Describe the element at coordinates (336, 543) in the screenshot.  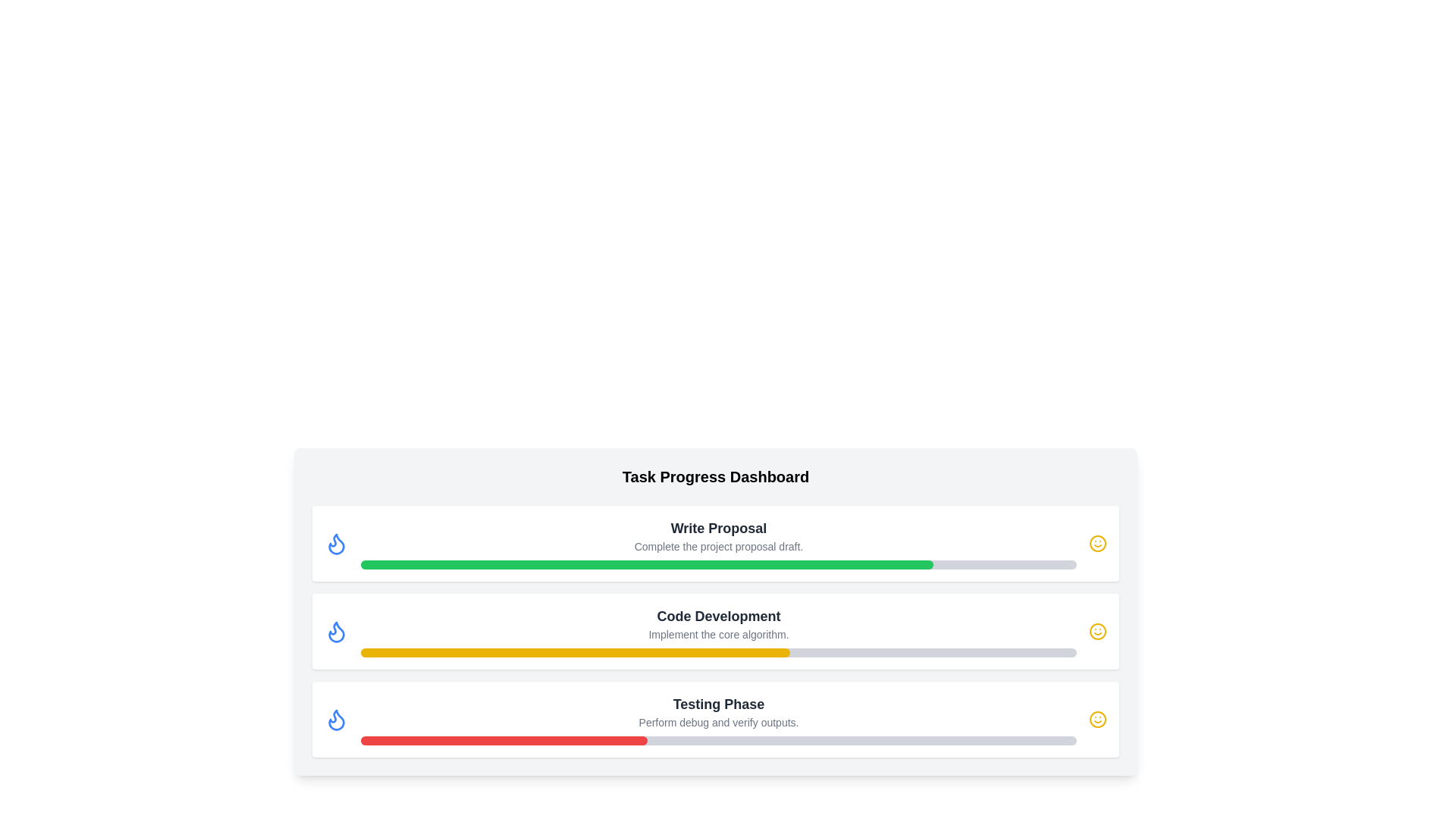
I see `the blue flame icon located in the top-left corner of the 'Write Proposal' card` at that location.